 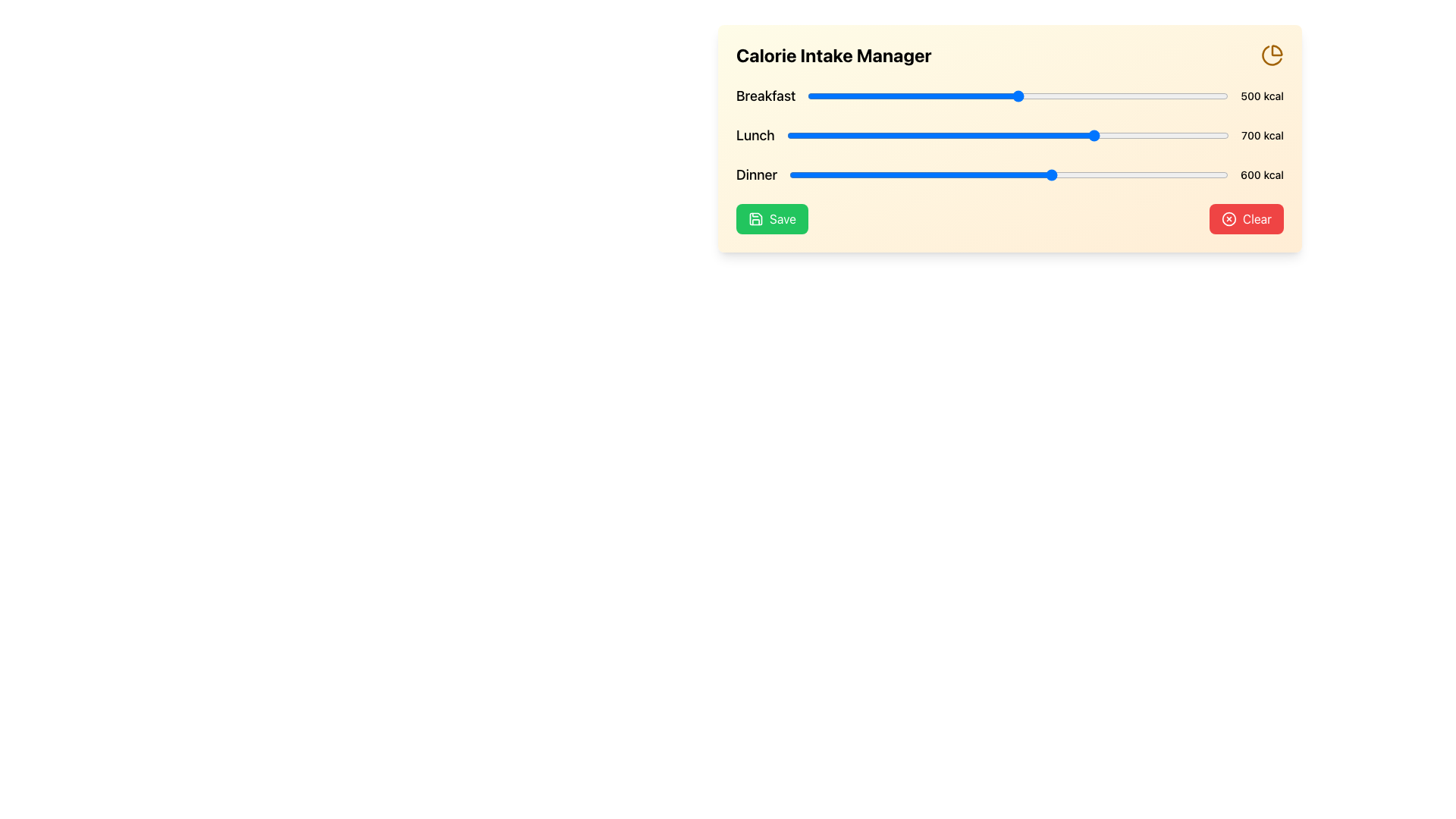 What do you see at coordinates (1007, 174) in the screenshot?
I see `the dinner calorie intake slider` at bounding box center [1007, 174].